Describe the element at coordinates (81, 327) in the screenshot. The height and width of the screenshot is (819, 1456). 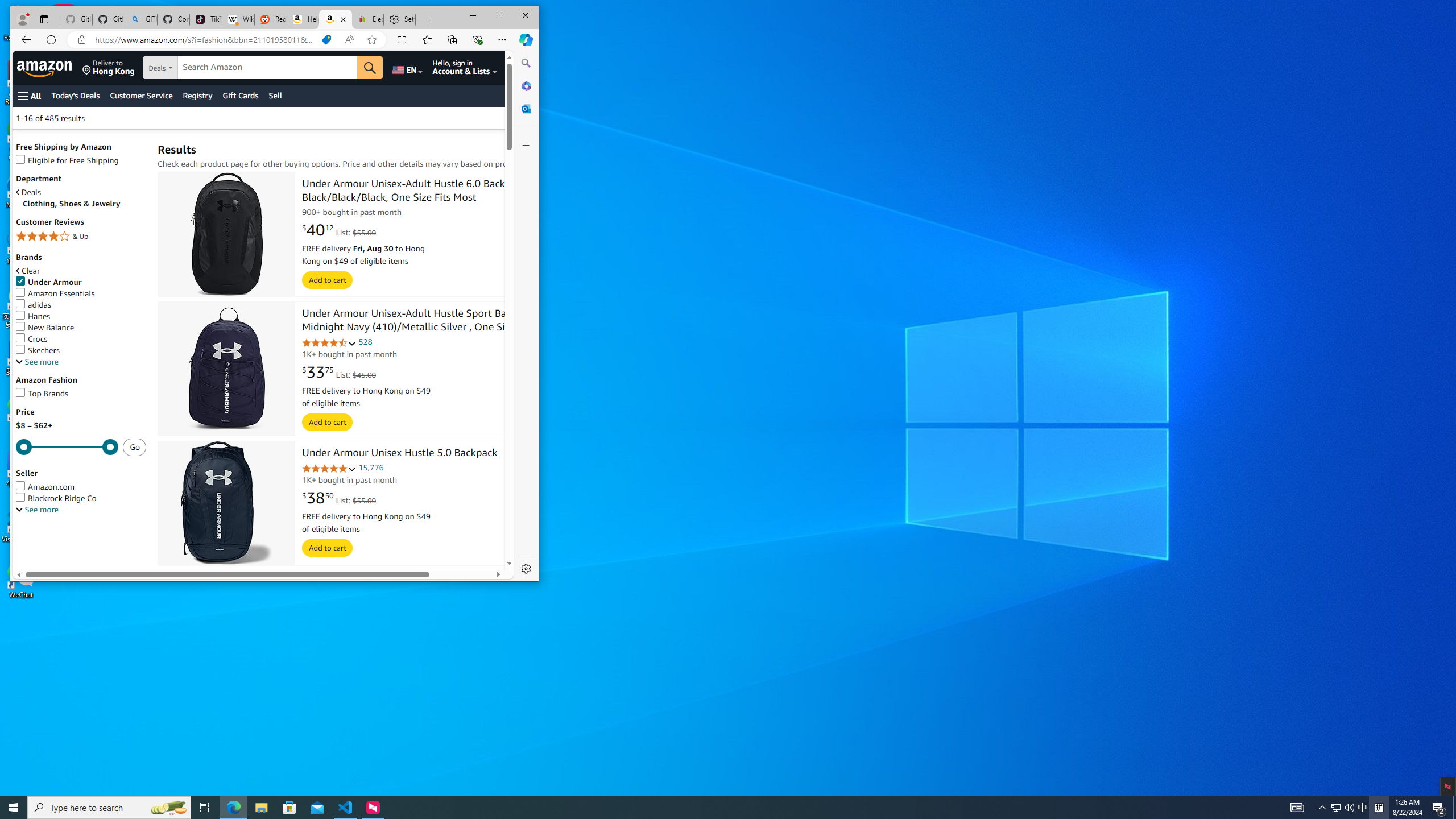
I see `'New Balance'` at that location.